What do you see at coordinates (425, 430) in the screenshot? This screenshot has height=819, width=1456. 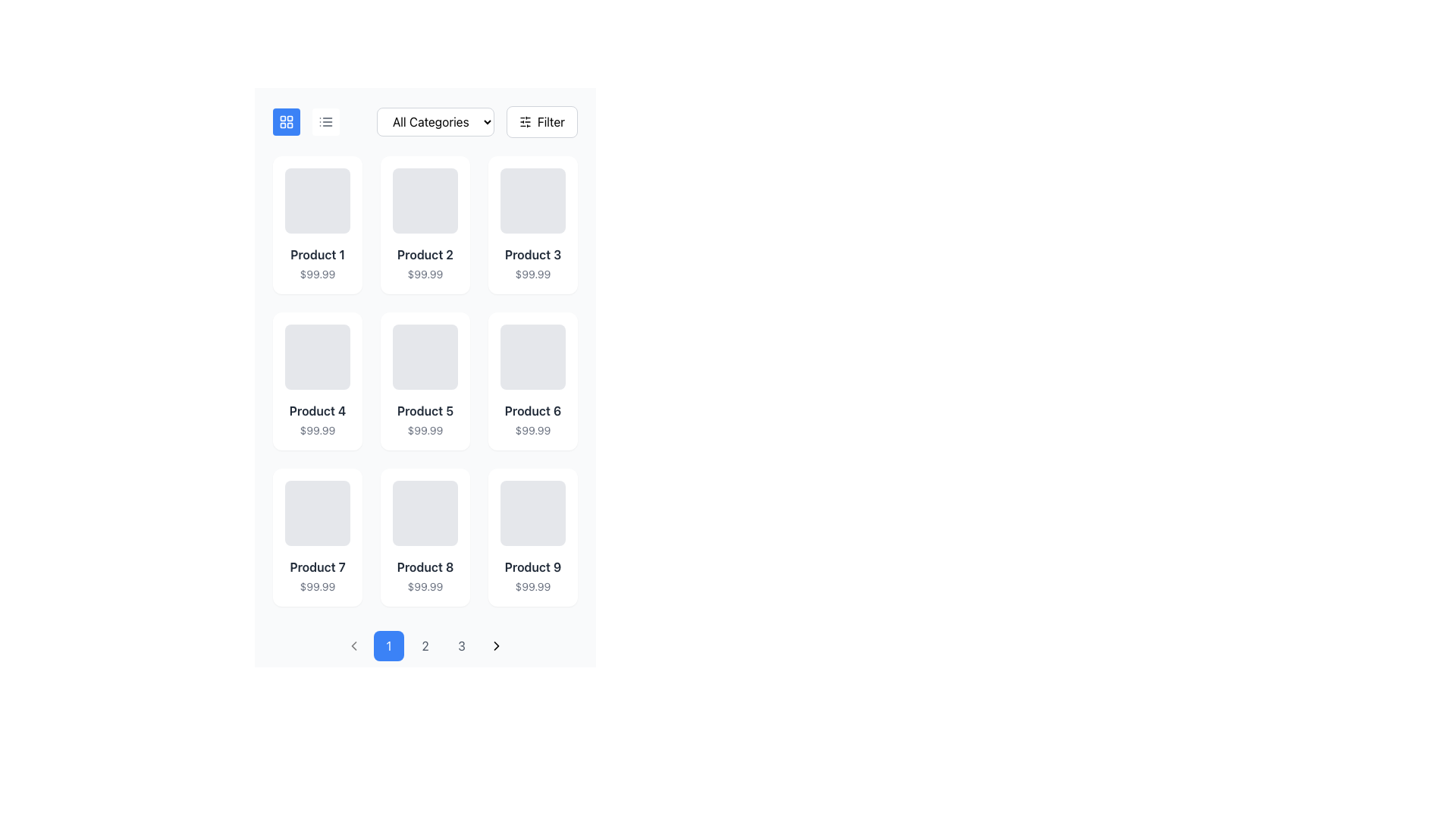 I see `the product's cost displayed` at bounding box center [425, 430].